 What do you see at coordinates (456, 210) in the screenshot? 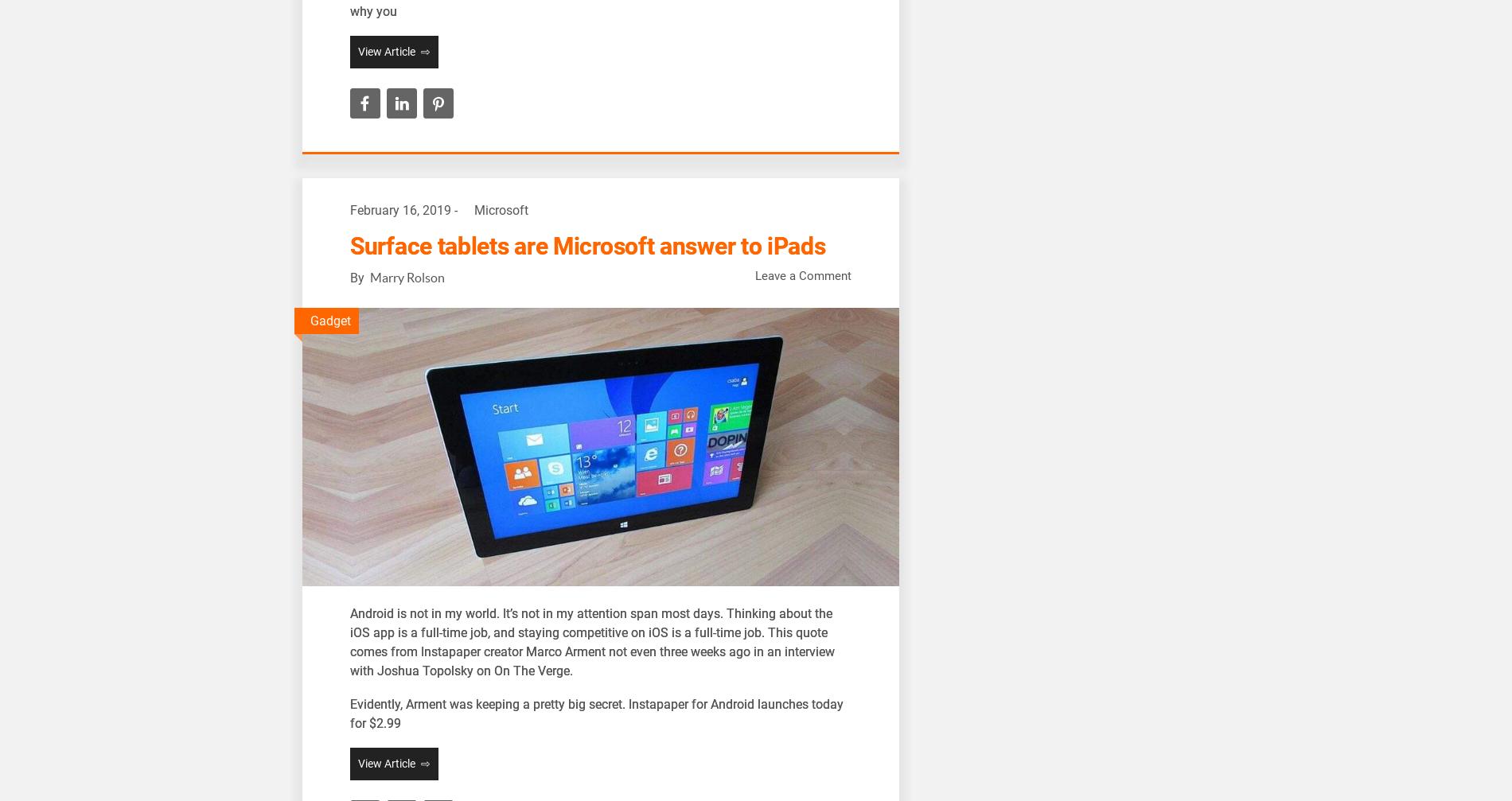
I see `'-'` at bounding box center [456, 210].